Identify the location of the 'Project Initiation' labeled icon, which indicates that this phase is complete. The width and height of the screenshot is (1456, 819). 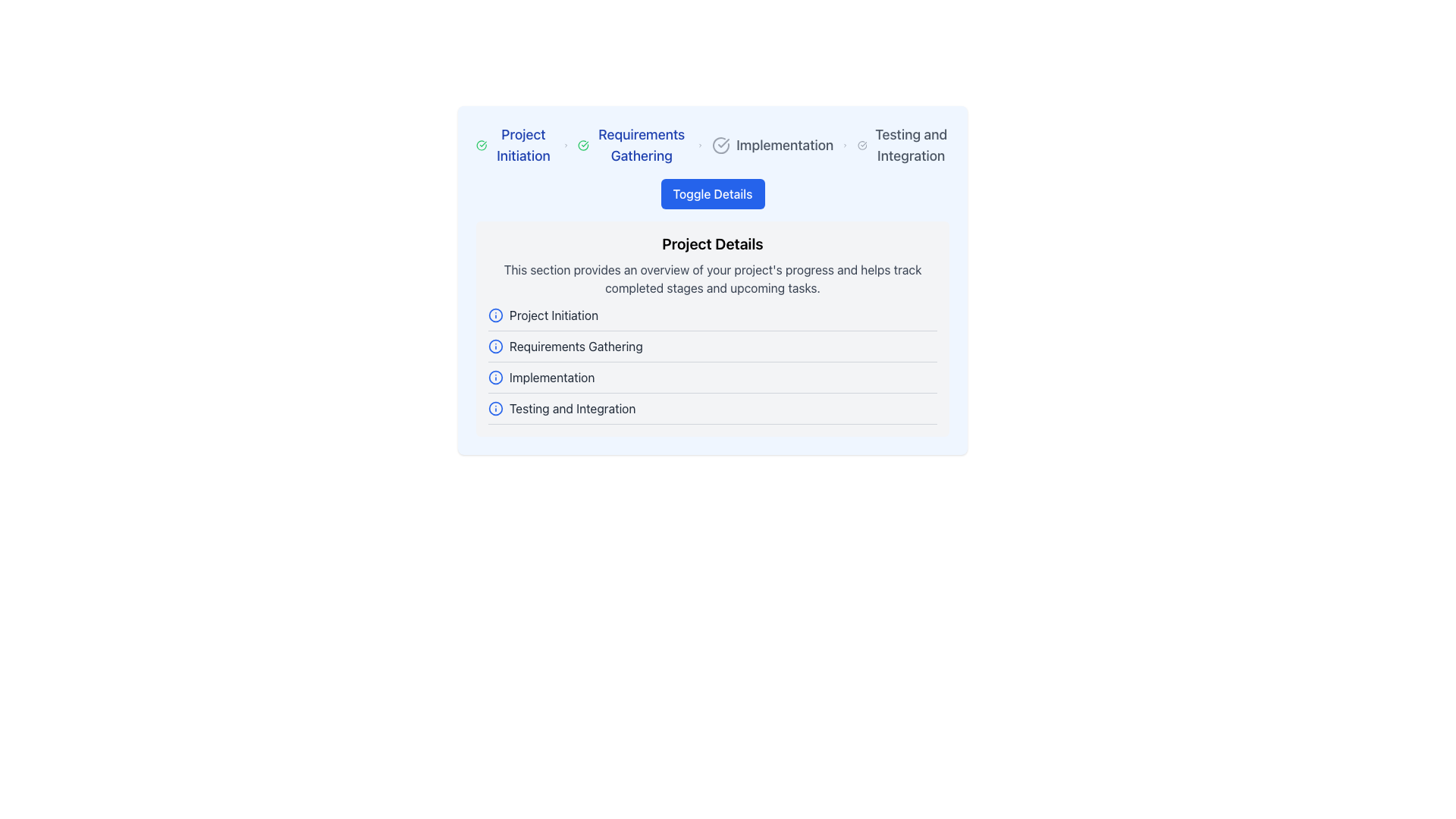
(515, 146).